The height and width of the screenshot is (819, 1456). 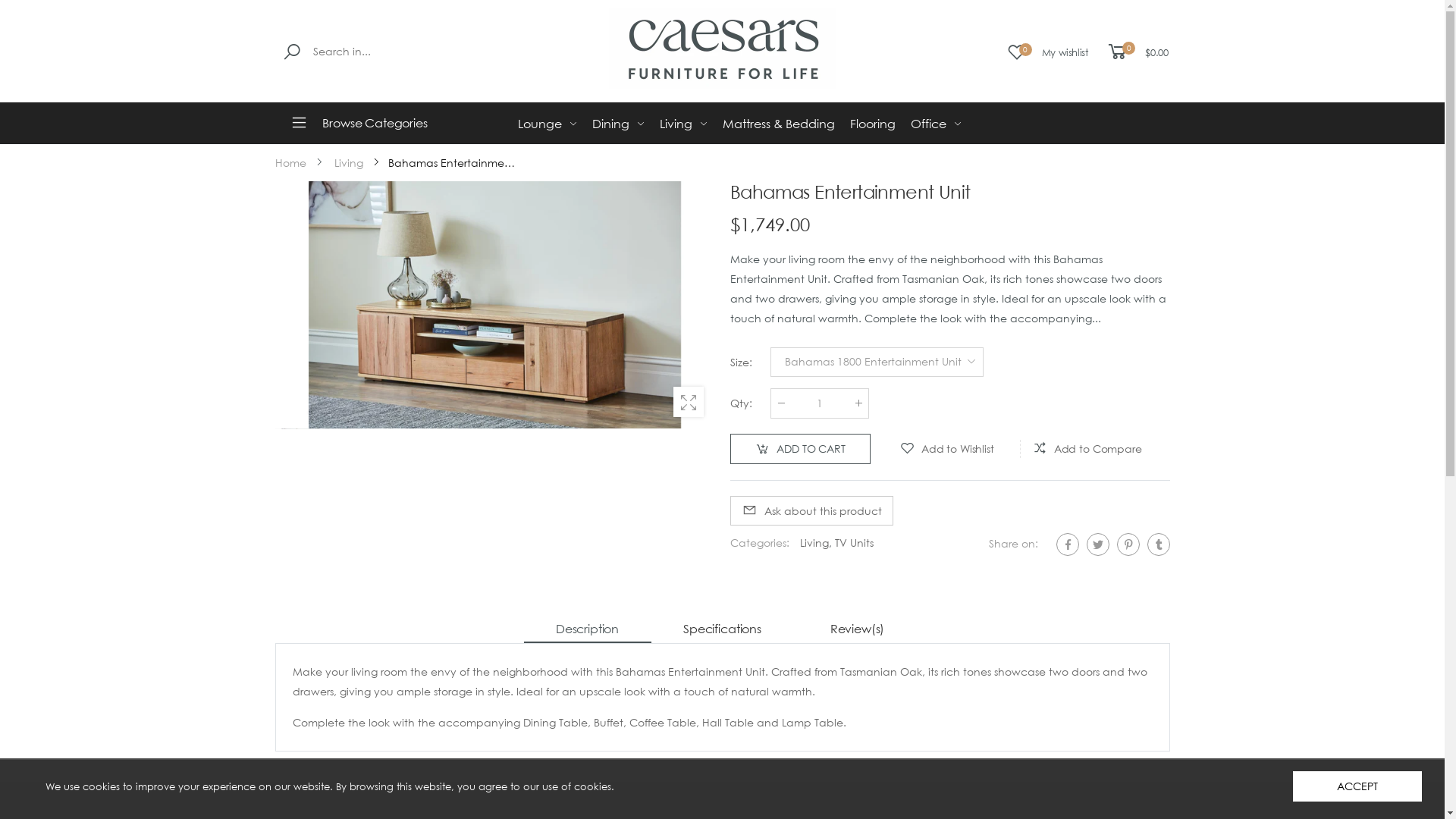 What do you see at coordinates (877, 448) in the screenshot?
I see `'Add to Wishlist'` at bounding box center [877, 448].